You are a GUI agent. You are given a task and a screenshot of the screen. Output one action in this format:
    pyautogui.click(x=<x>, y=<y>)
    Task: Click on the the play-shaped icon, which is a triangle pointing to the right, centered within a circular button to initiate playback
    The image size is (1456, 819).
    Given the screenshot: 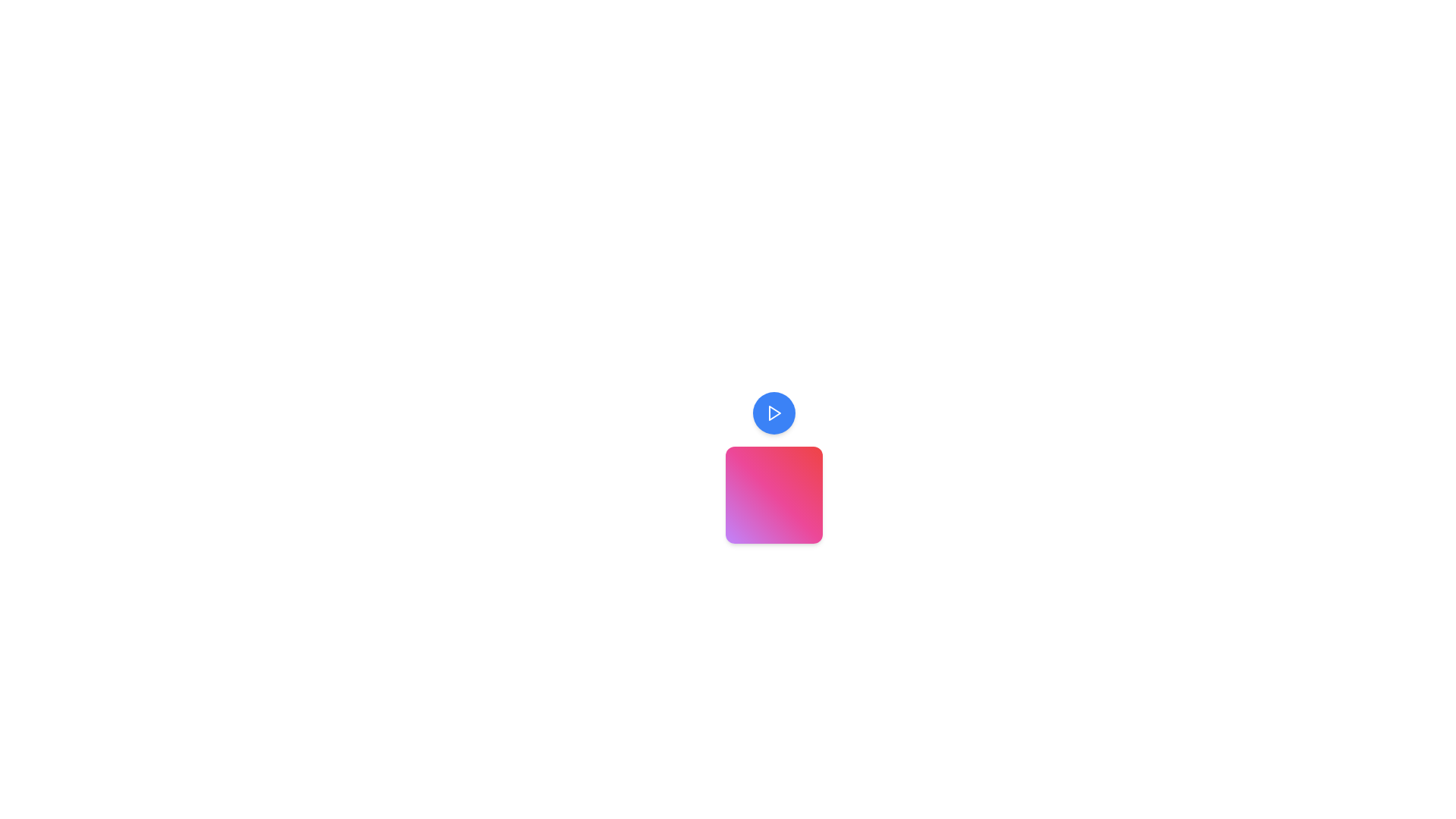 What is the action you would take?
    pyautogui.click(x=773, y=413)
    